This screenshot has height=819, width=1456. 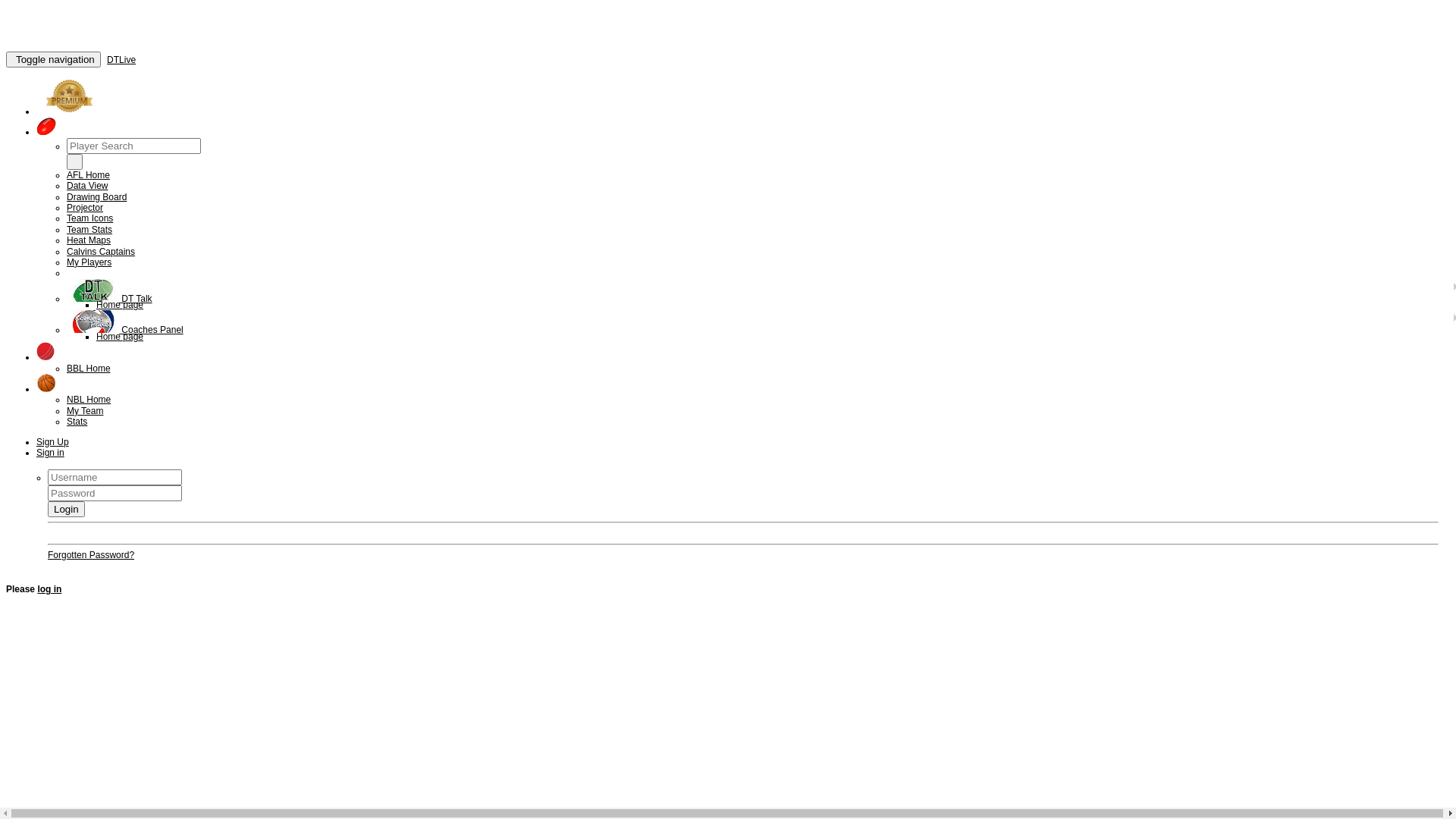 I want to click on 'Home page', so click(x=119, y=304).